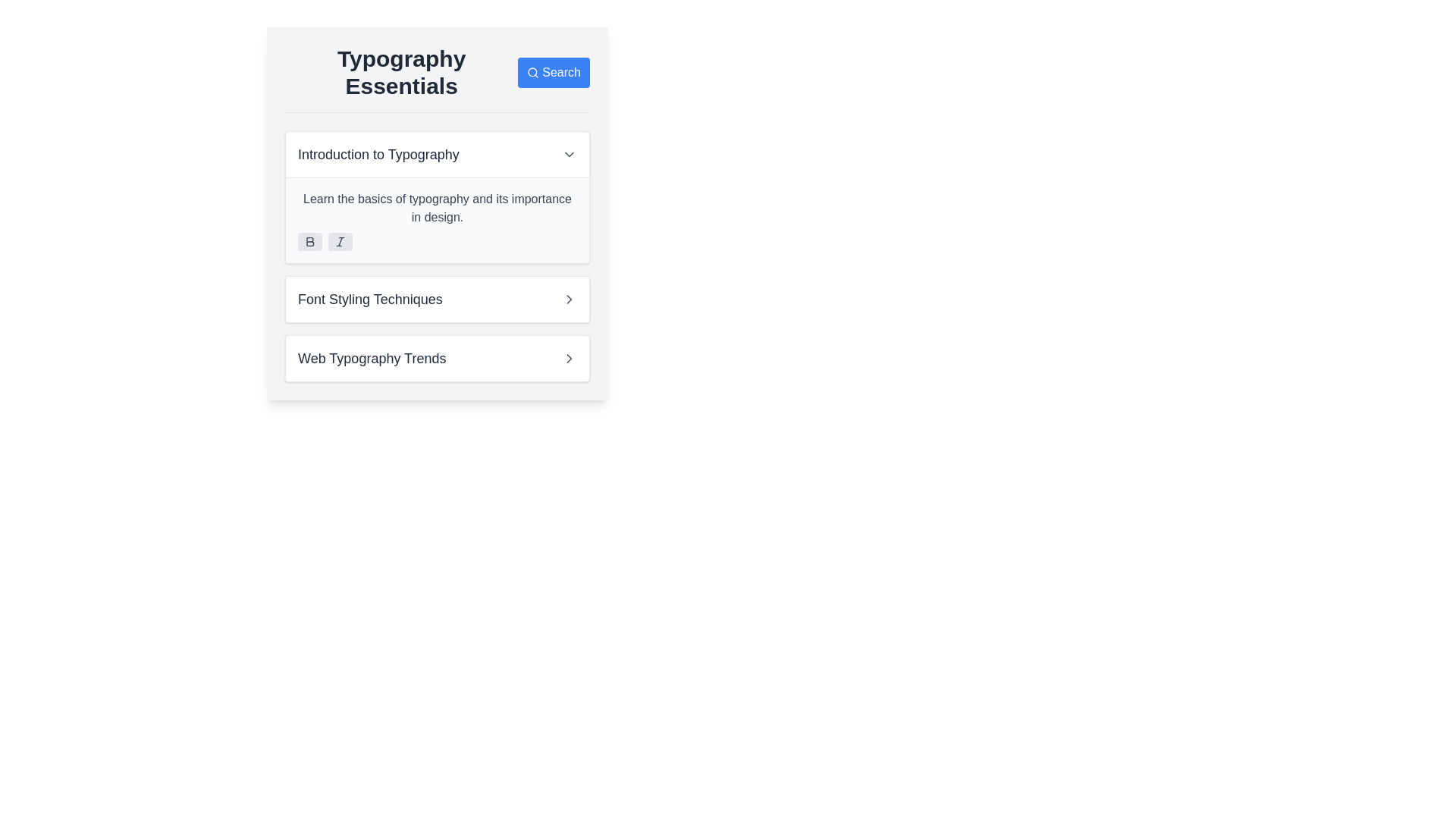 The image size is (1456, 819). I want to click on descriptive text display located in the 'Introduction to Typography' section, which provides context about its content, so click(436, 208).